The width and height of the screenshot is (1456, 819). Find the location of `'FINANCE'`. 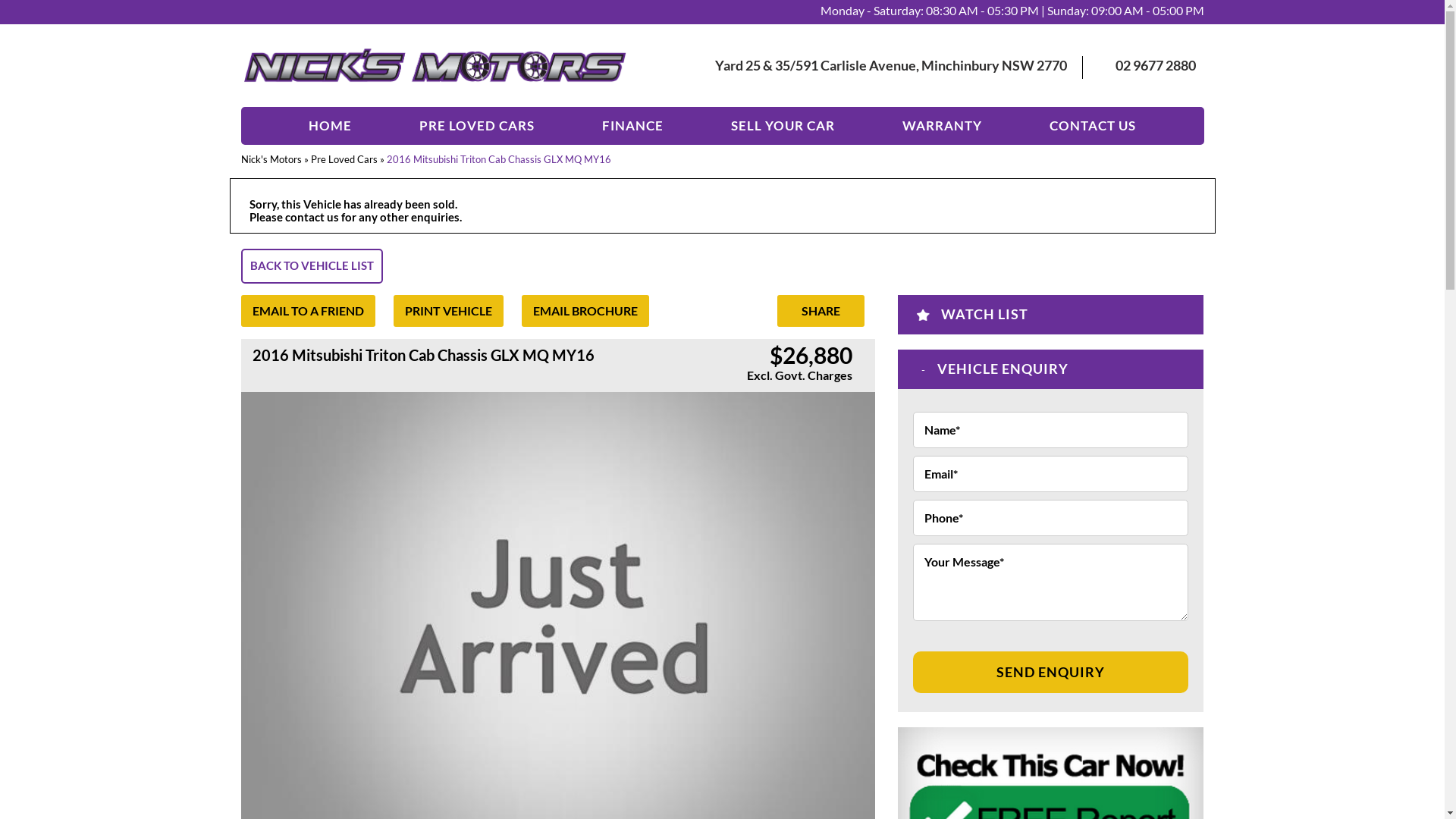

'FINANCE' is located at coordinates (632, 124).